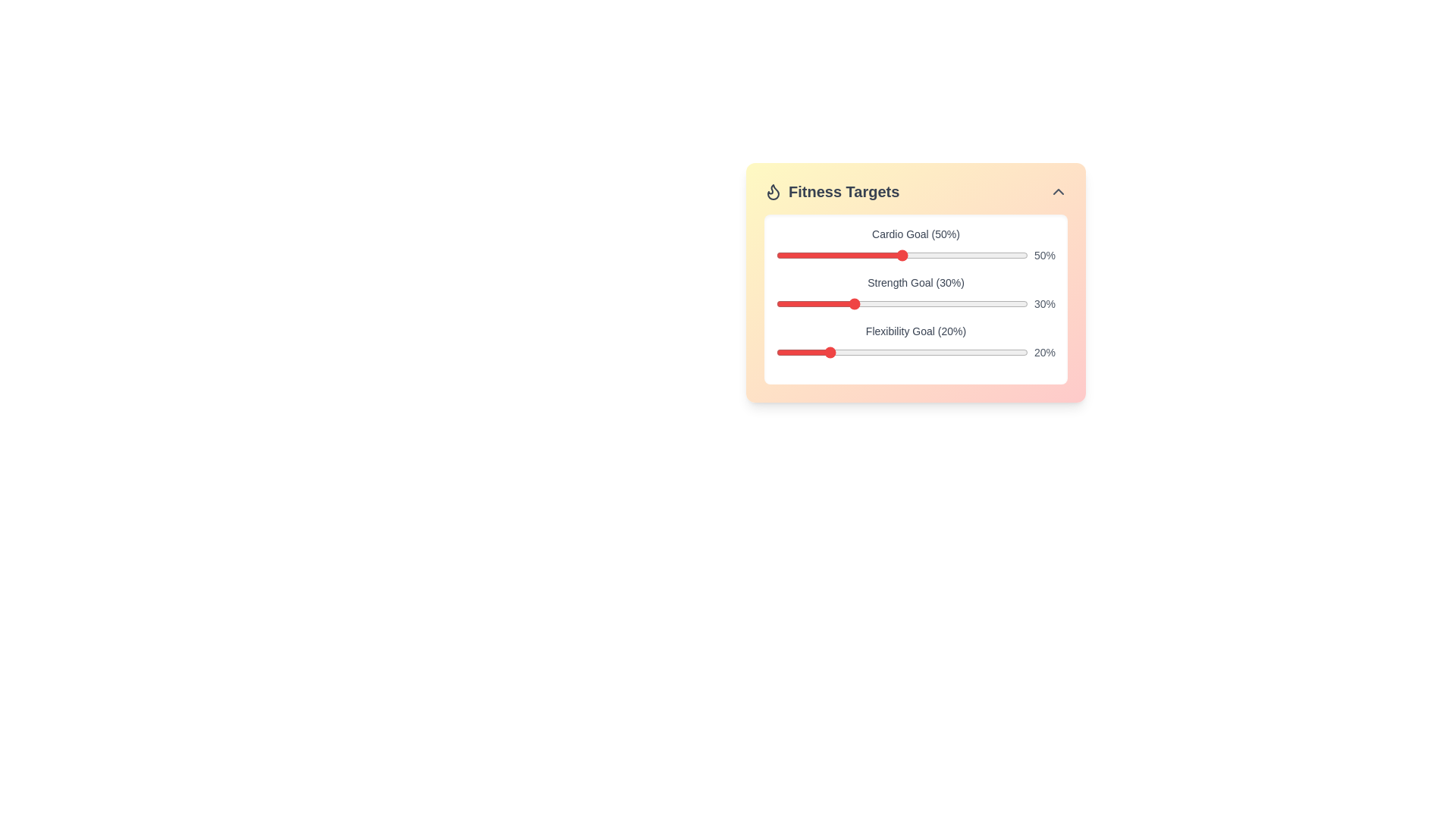 This screenshot has width=1456, height=819. What do you see at coordinates (801, 304) in the screenshot?
I see `the strength goal slider to 10% by dragging the slider` at bounding box center [801, 304].